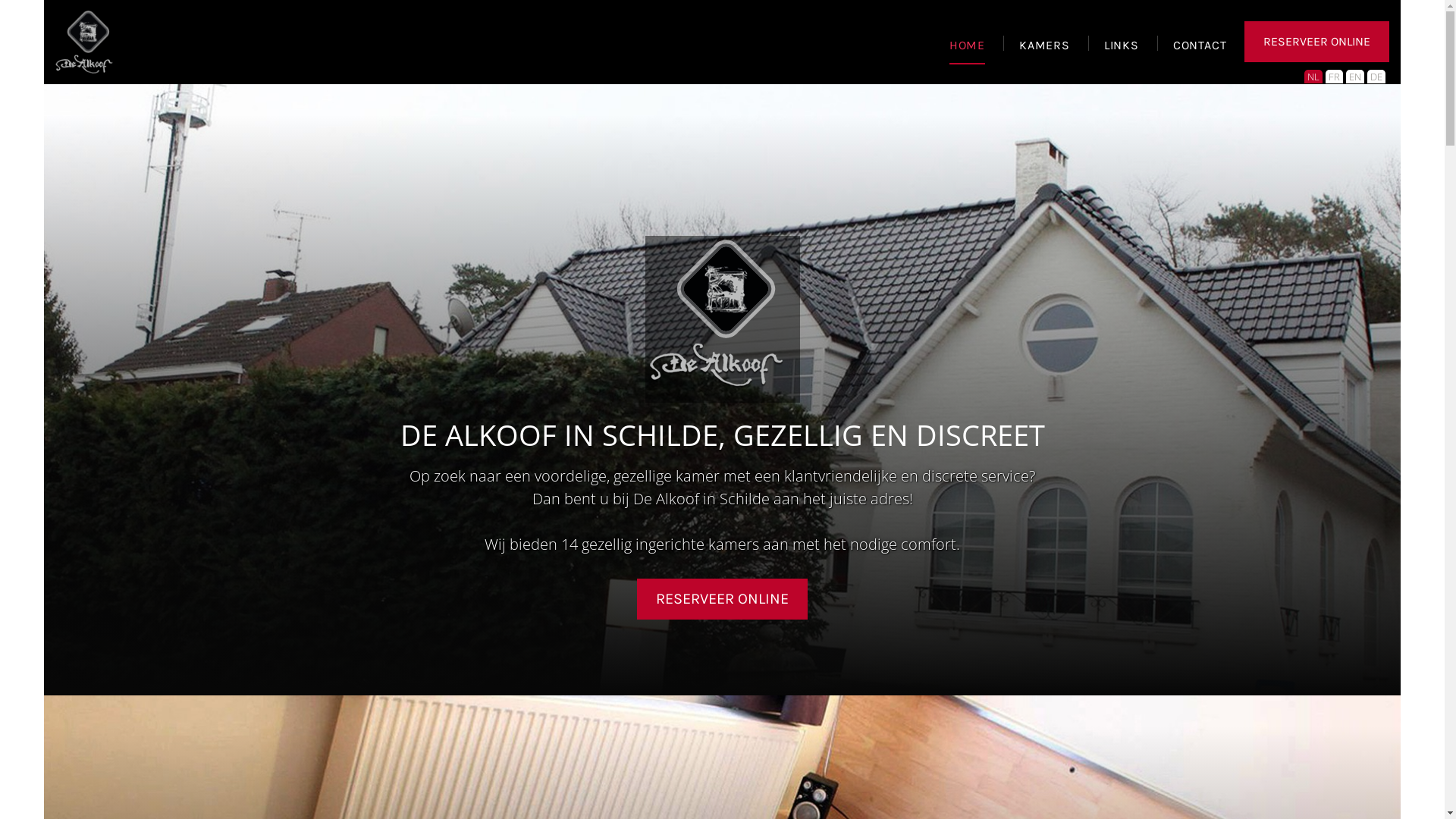 This screenshot has height=819, width=1456. Describe the element at coordinates (1121, 50) in the screenshot. I see `'LINKS'` at that location.